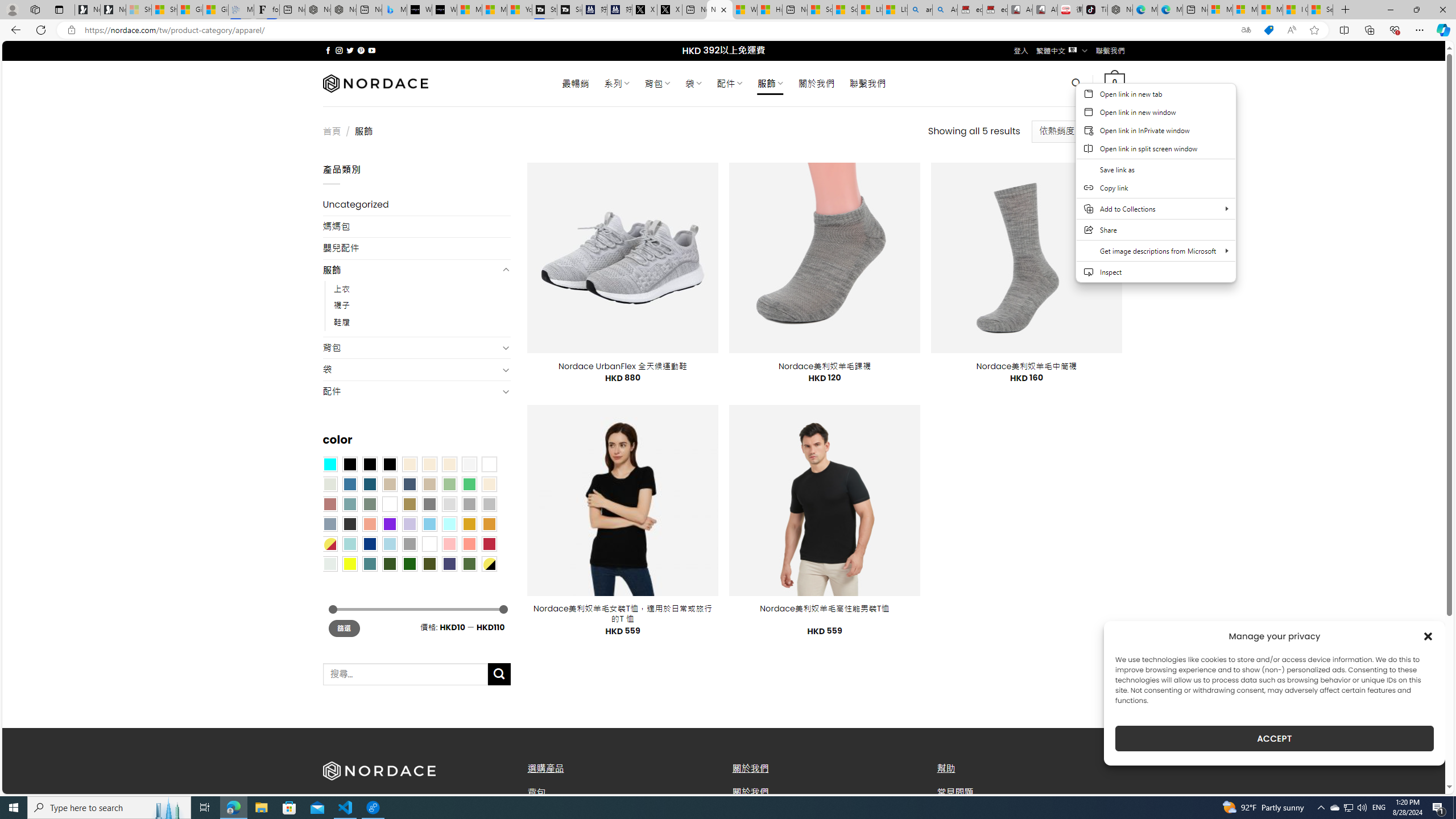  What do you see at coordinates (1246, 30) in the screenshot?
I see `'Show translate options'` at bounding box center [1246, 30].